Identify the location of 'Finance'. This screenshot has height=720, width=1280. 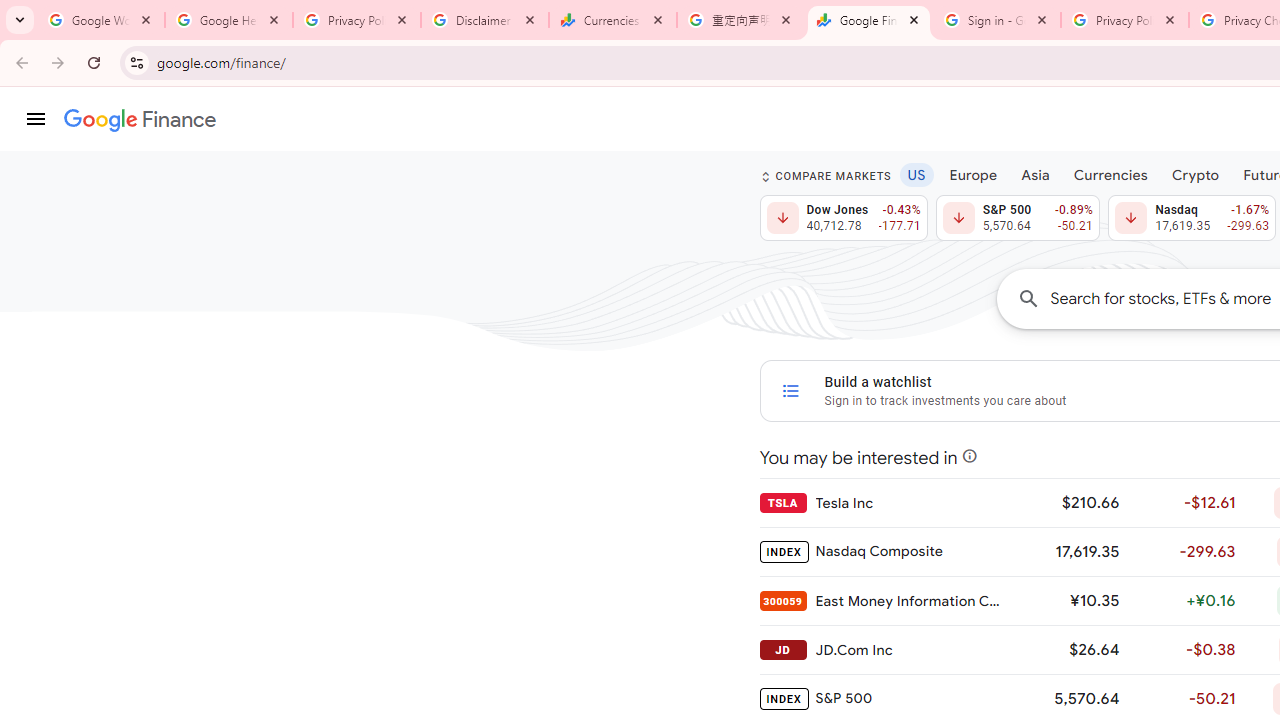
(139, 120).